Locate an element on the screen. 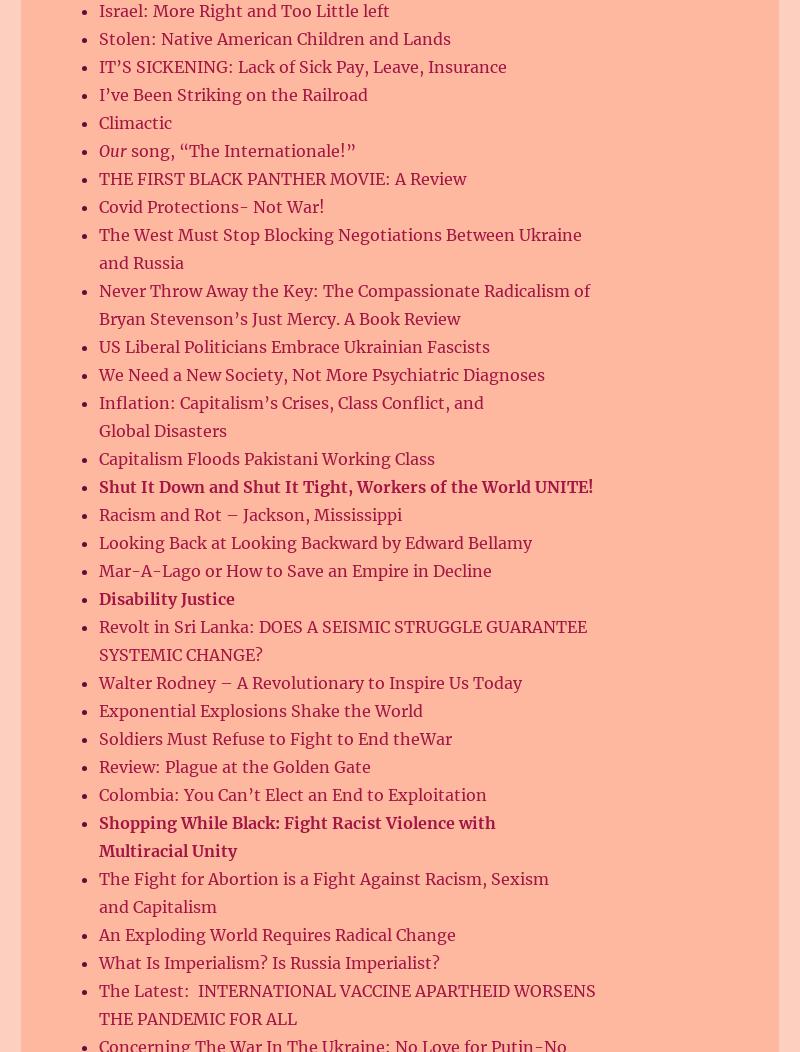  'IT’S SICKENING: Lack of Sick Pay, Leave, Insurance' is located at coordinates (302, 66).